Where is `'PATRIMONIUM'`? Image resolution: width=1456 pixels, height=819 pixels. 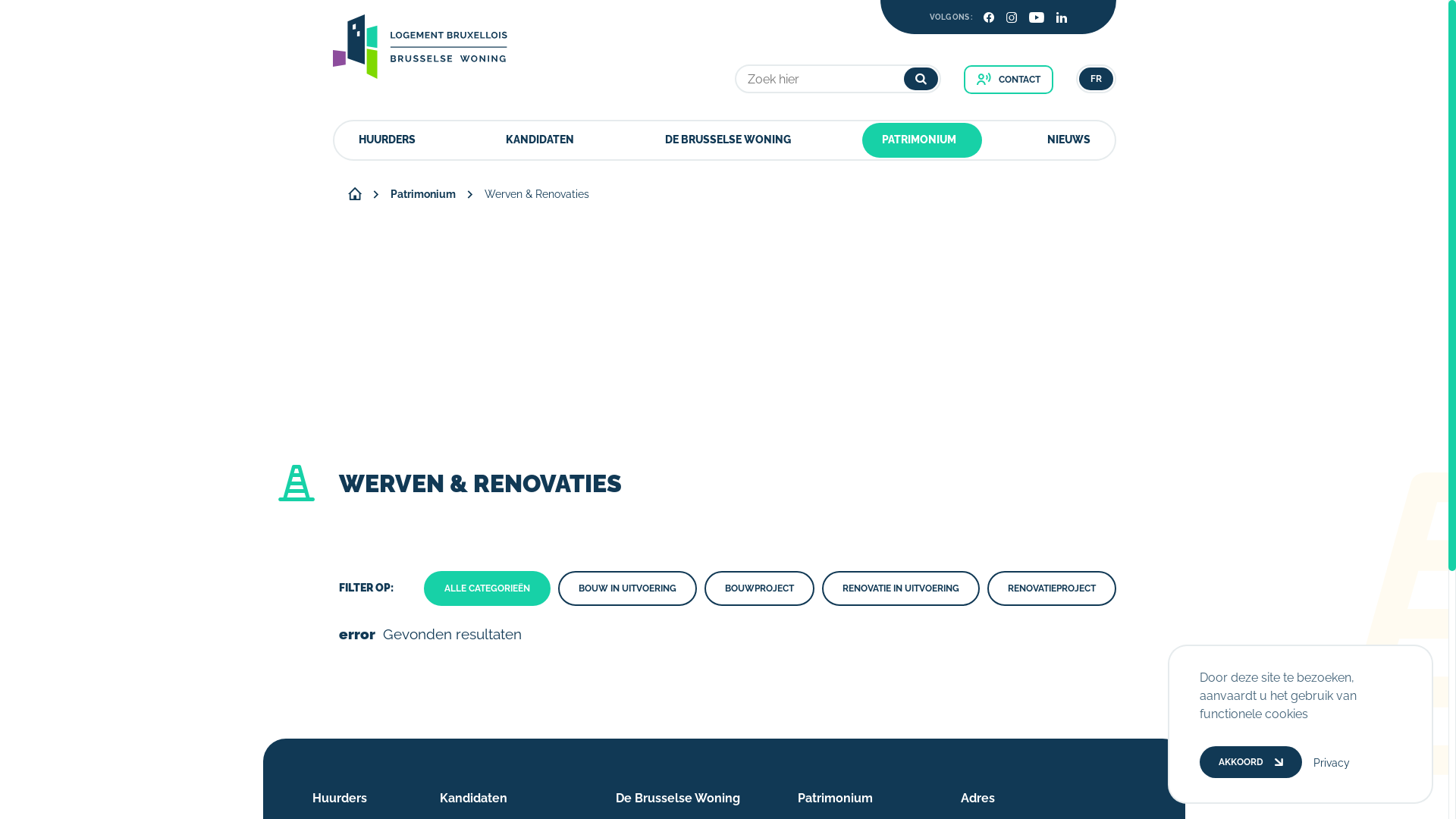 'PATRIMONIUM' is located at coordinates (918, 140).